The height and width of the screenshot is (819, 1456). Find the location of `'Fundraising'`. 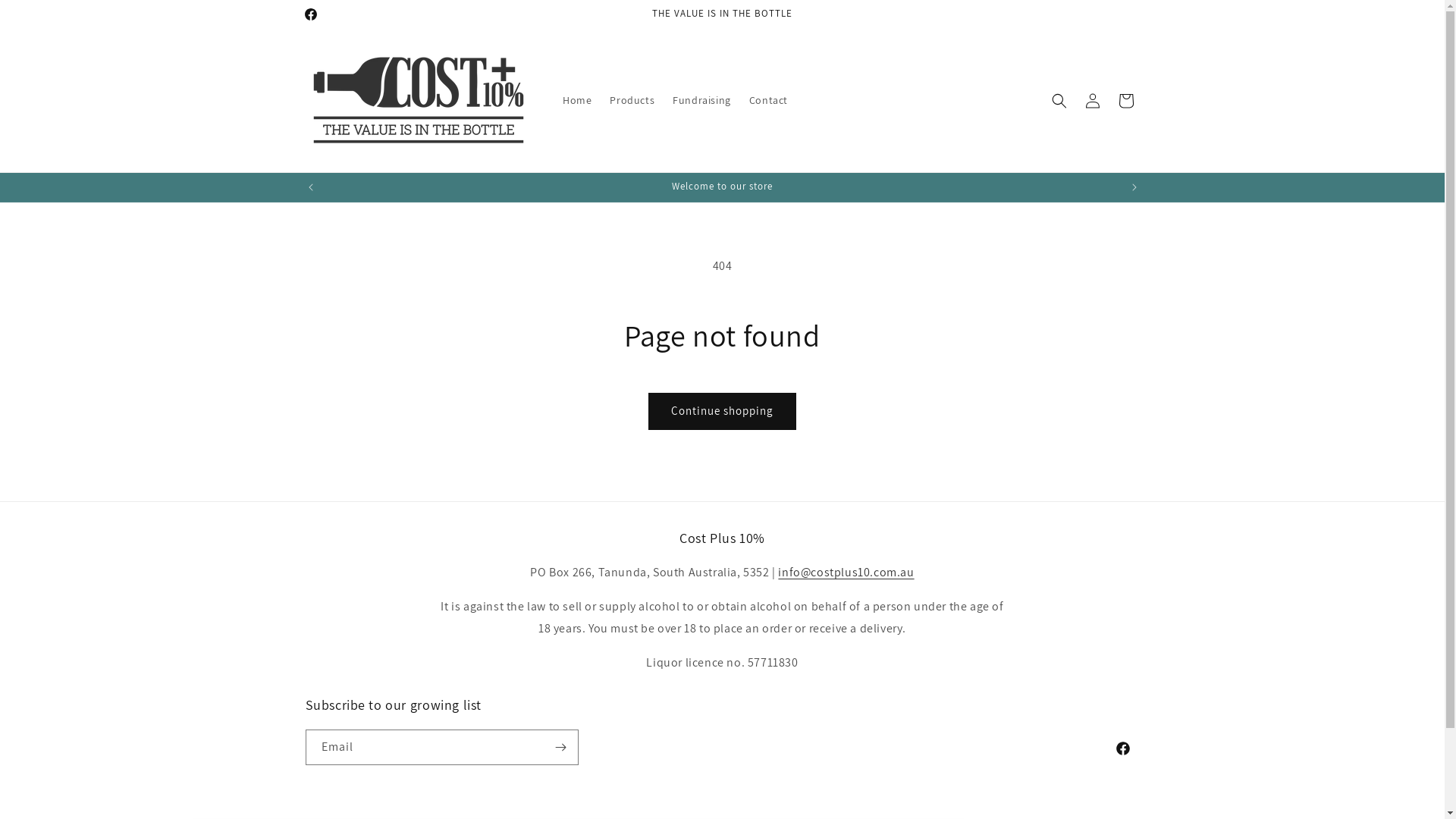

'Fundraising' is located at coordinates (701, 99).